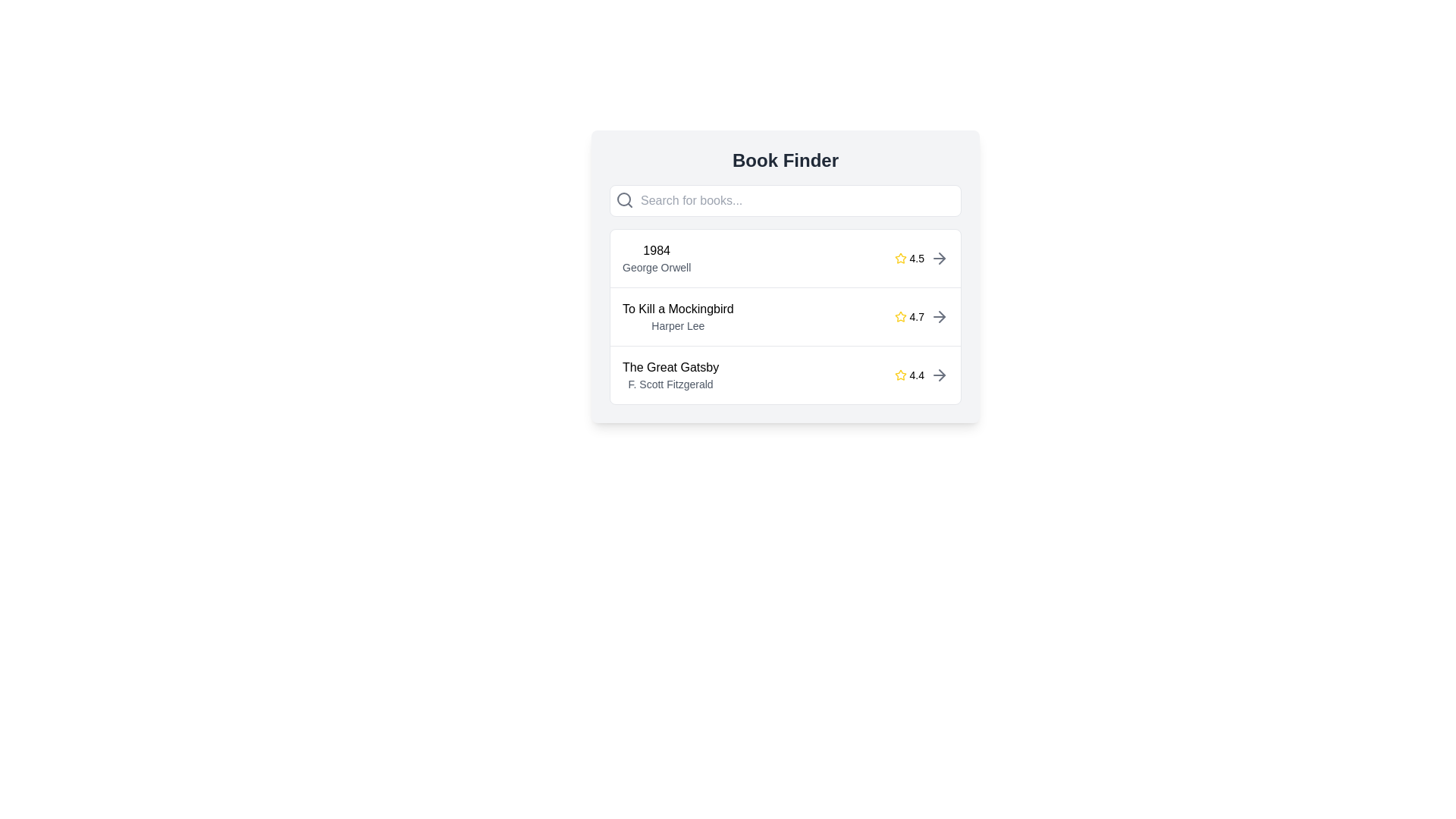  What do you see at coordinates (909, 315) in the screenshot?
I see `the star icon associated with the rating '4.7' next to the book 'To Kill a Mockingbird' by Harper Lee` at bounding box center [909, 315].